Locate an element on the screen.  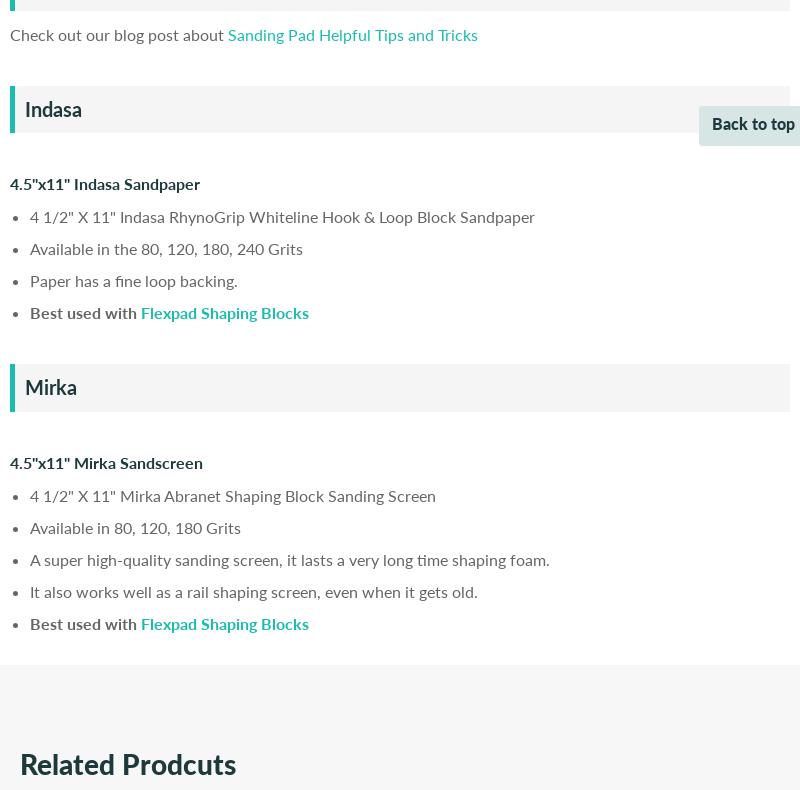
'Mirka' is located at coordinates (24, 387).